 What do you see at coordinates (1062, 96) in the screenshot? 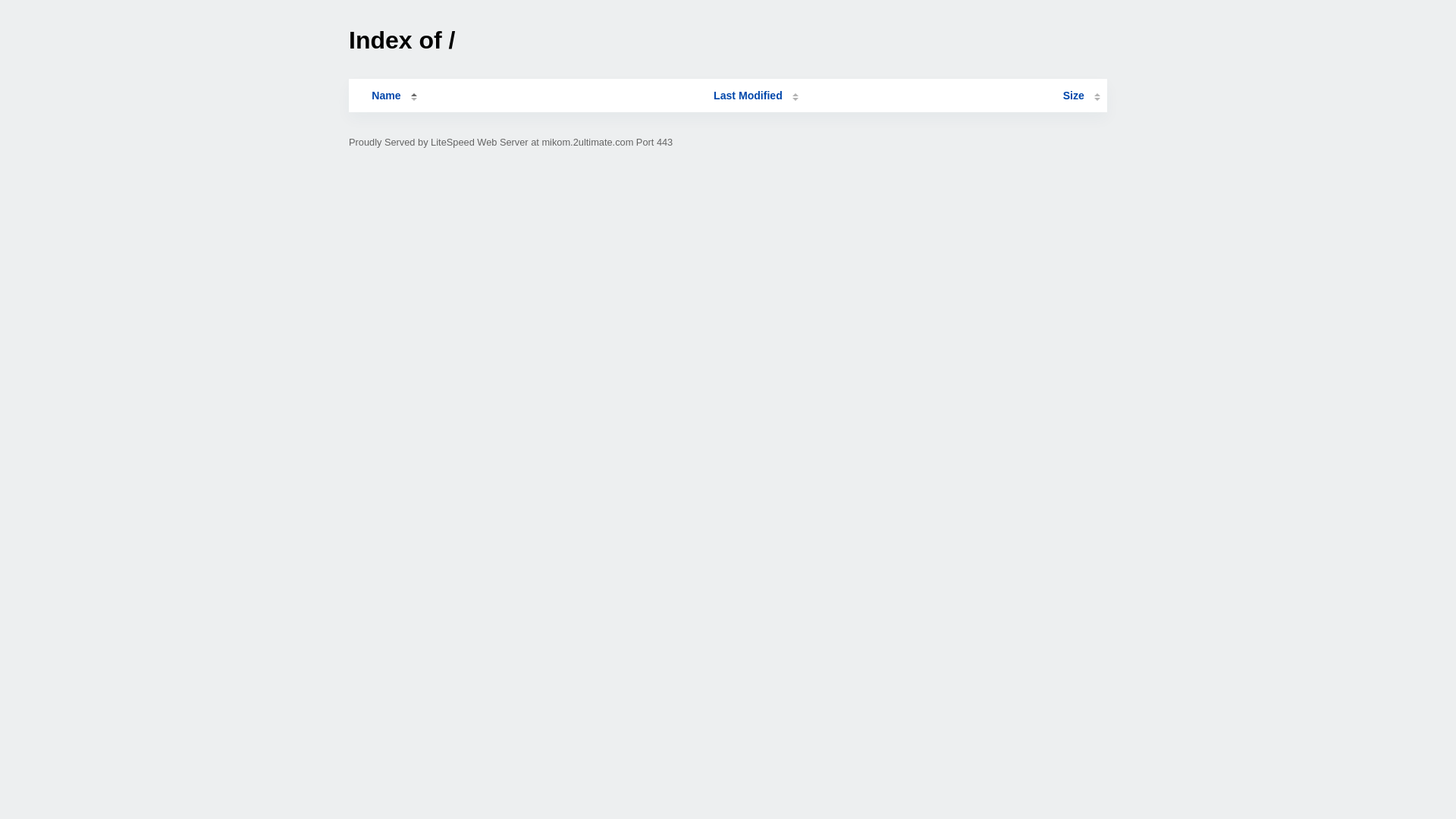
I see `'Size'` at bounding box center [1062, 96].